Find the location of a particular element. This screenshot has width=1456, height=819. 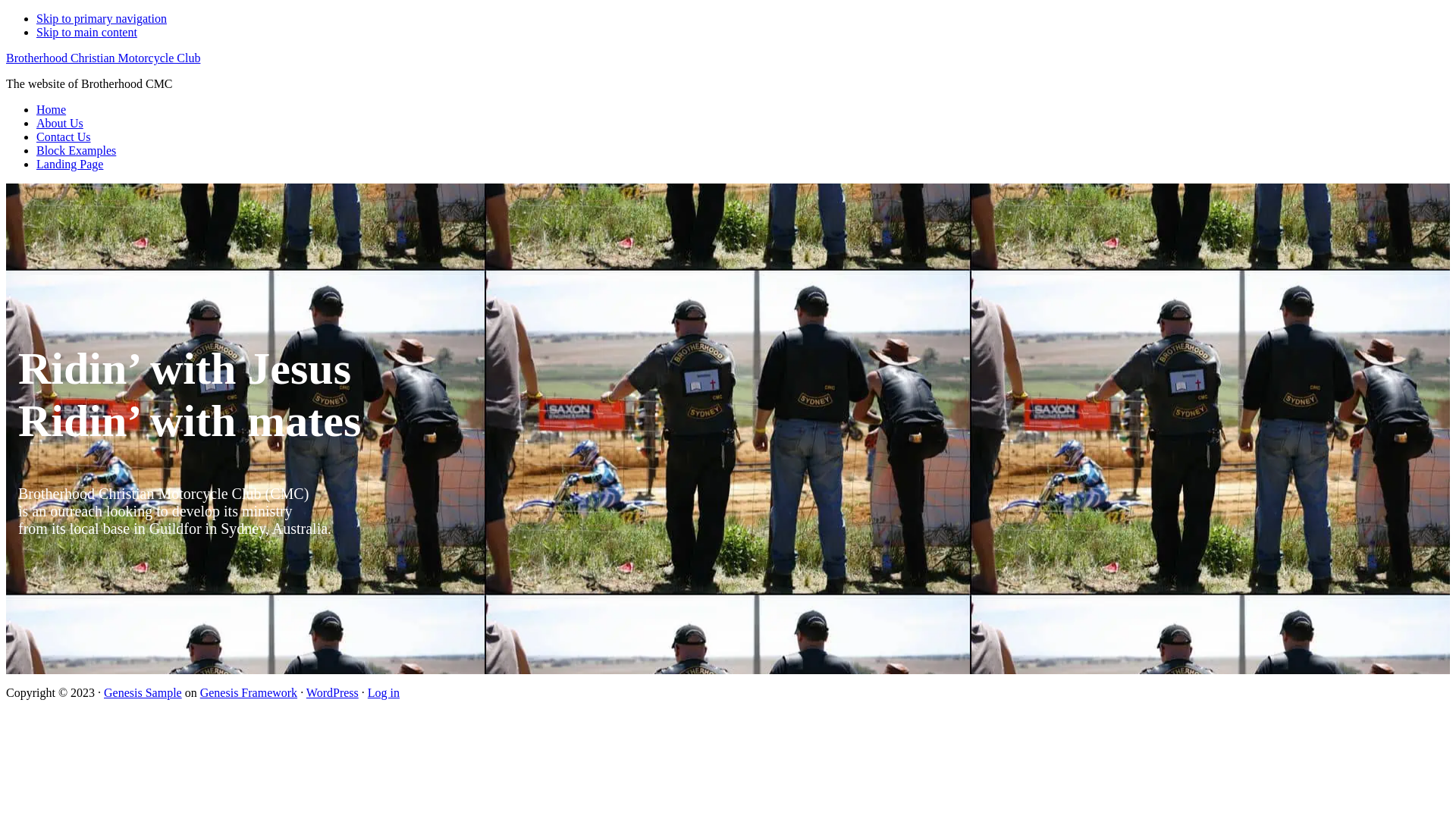

'Home' is located at coordinates (36, 108).